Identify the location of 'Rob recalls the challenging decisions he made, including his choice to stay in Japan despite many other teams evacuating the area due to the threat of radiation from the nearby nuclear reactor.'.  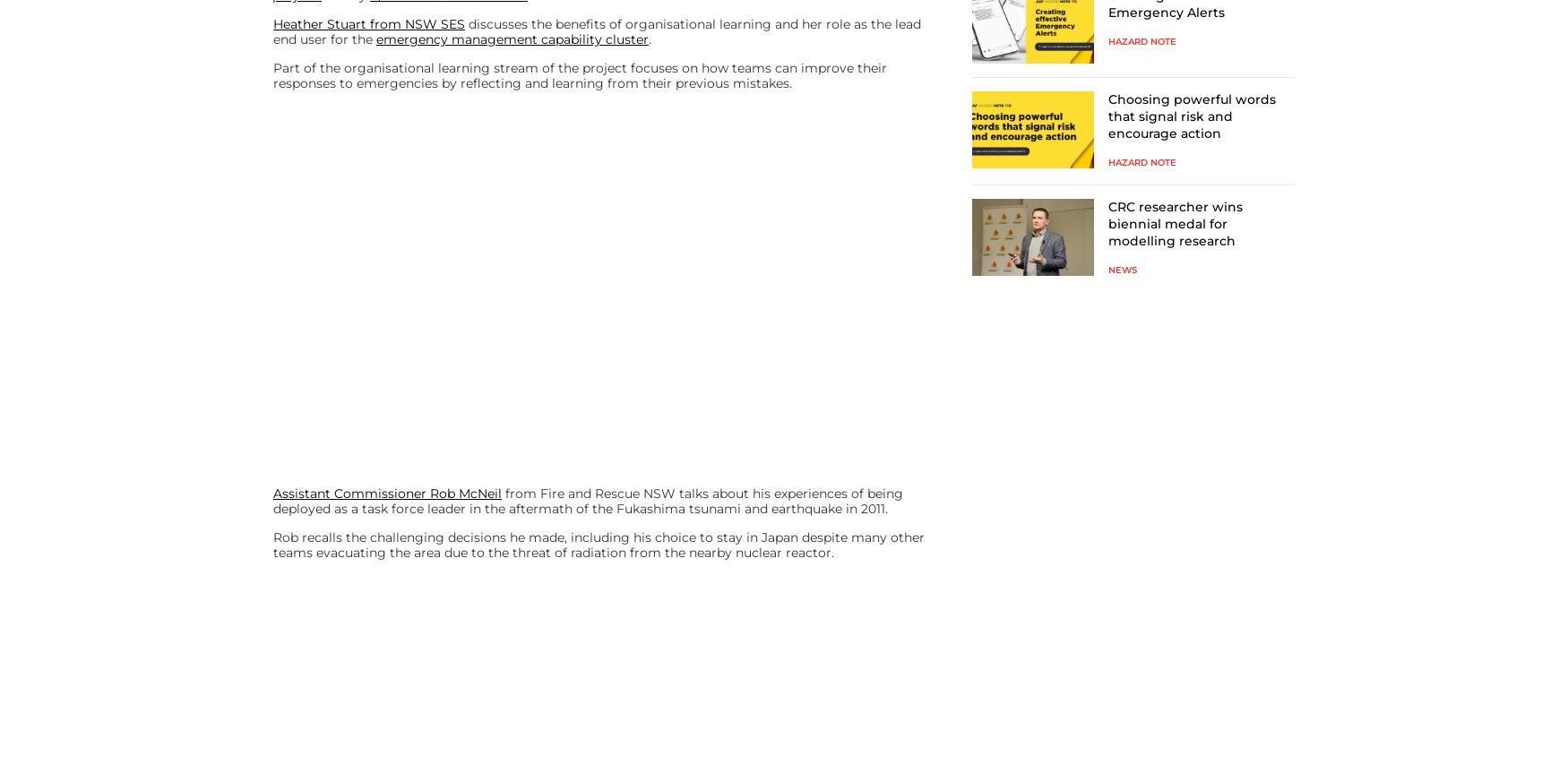
(598, 544).